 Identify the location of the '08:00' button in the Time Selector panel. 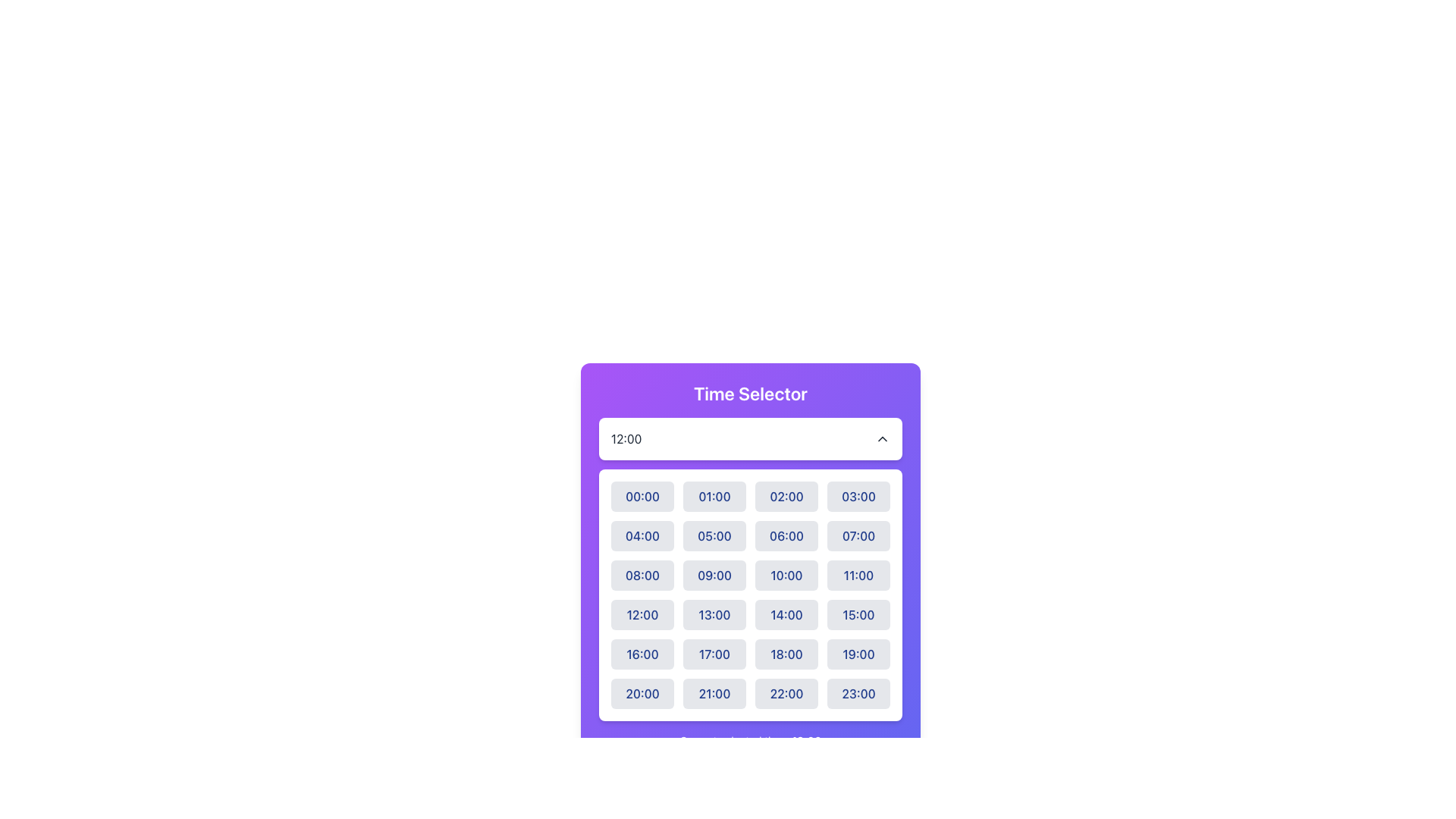
(642, 576).